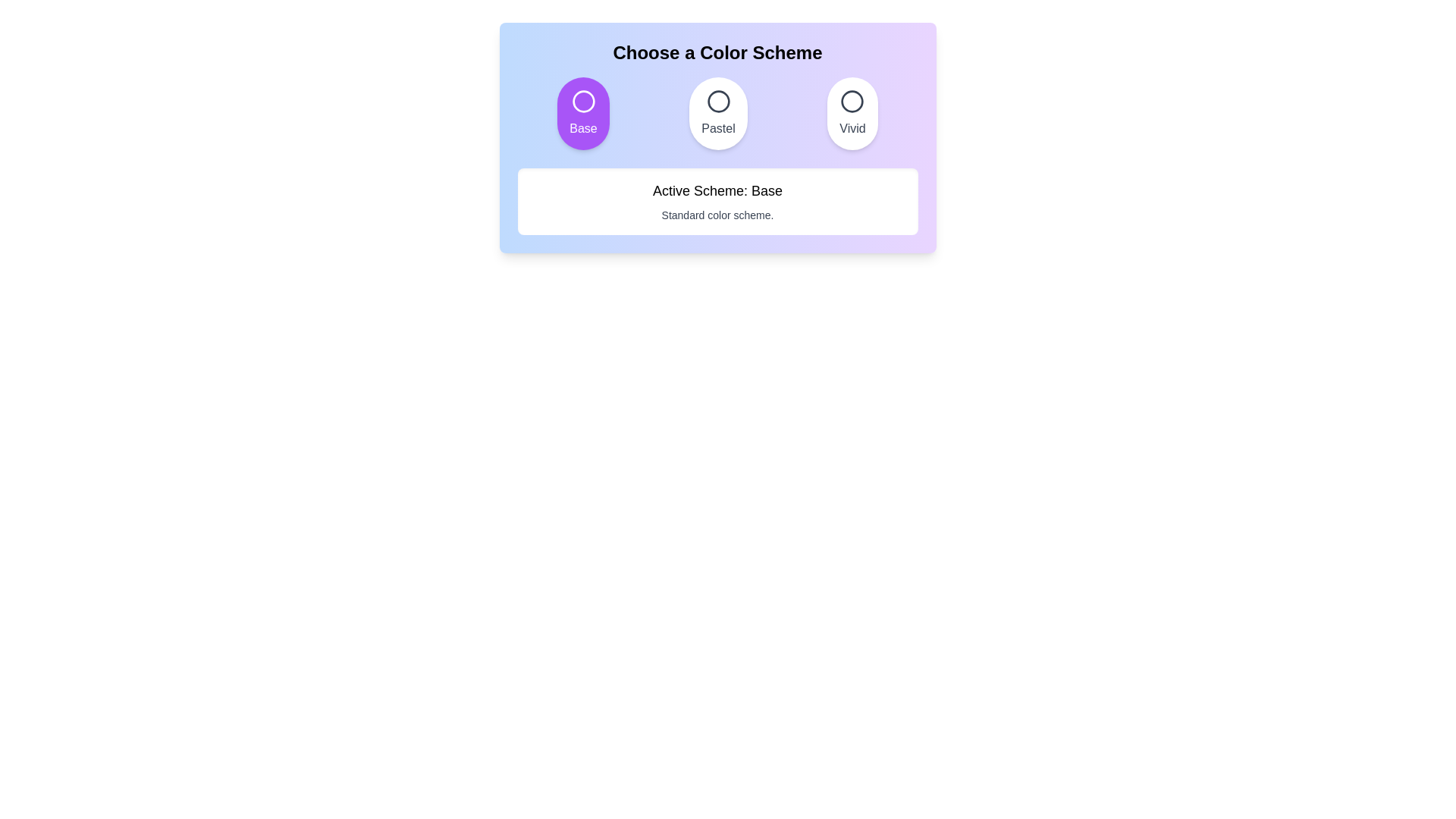 Image resolution: width=1456 pixels, height=819 pixels. Describe the element at coordinates (852, 113) in the screenshot. I see `the color scheme Vivid by clicking its corresponding button` at that location.